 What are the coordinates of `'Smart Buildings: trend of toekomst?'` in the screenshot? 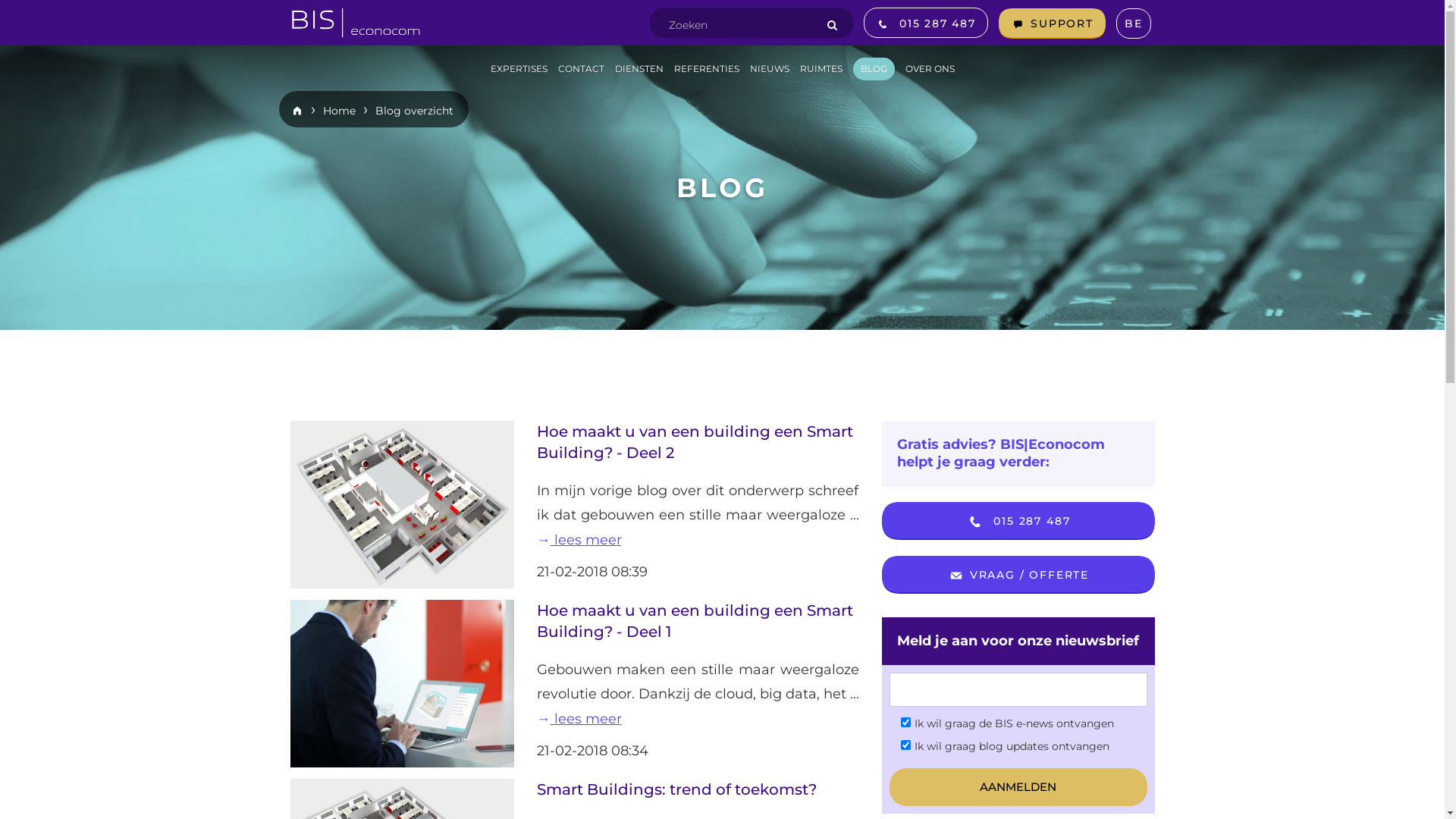 It's located at (676, 789).